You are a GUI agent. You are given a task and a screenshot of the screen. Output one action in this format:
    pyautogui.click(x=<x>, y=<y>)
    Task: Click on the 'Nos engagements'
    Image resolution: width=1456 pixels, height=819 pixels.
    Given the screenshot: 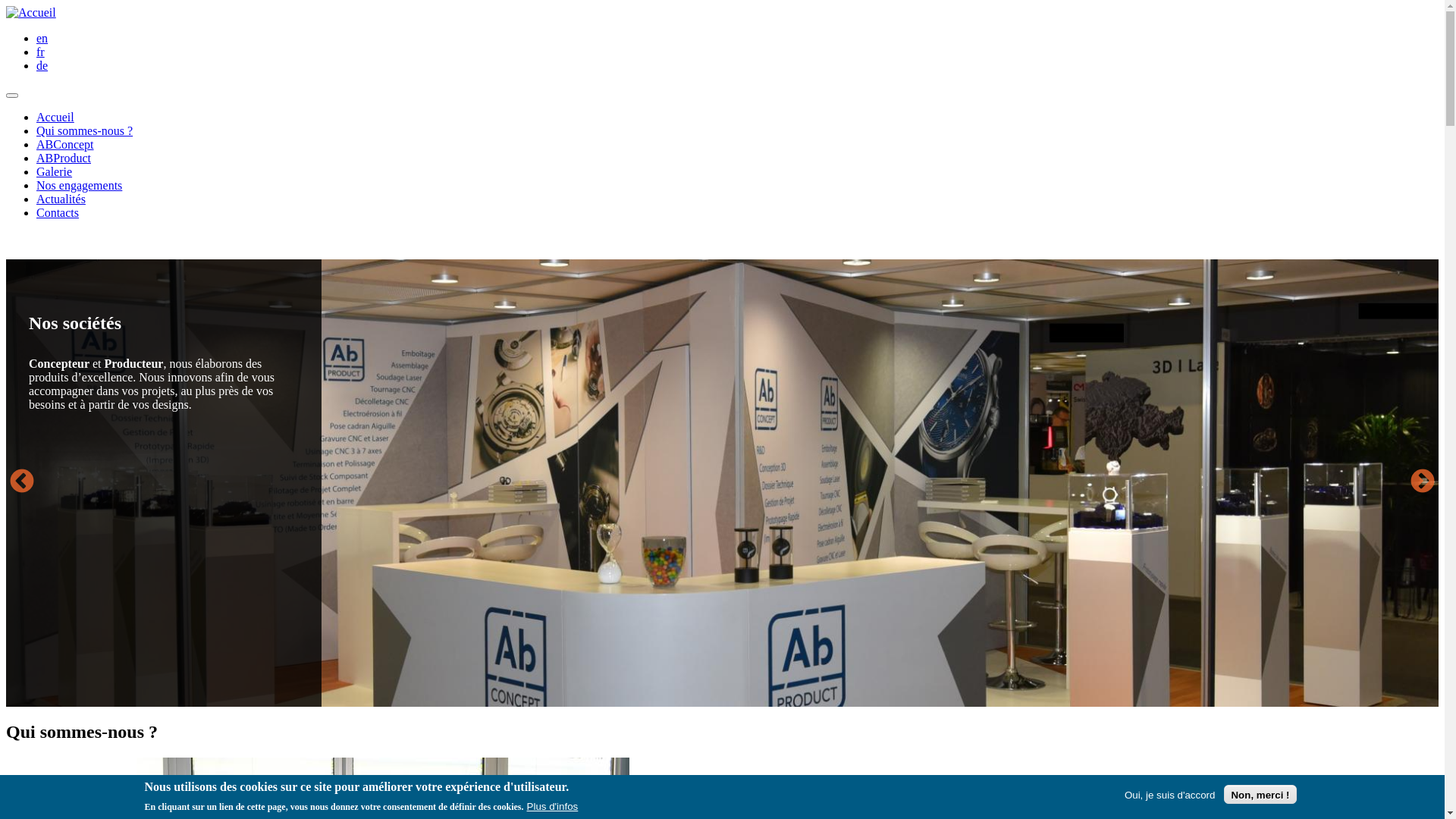 What is the action you would take?
    pyautogui.click(x=78, y=184)
    